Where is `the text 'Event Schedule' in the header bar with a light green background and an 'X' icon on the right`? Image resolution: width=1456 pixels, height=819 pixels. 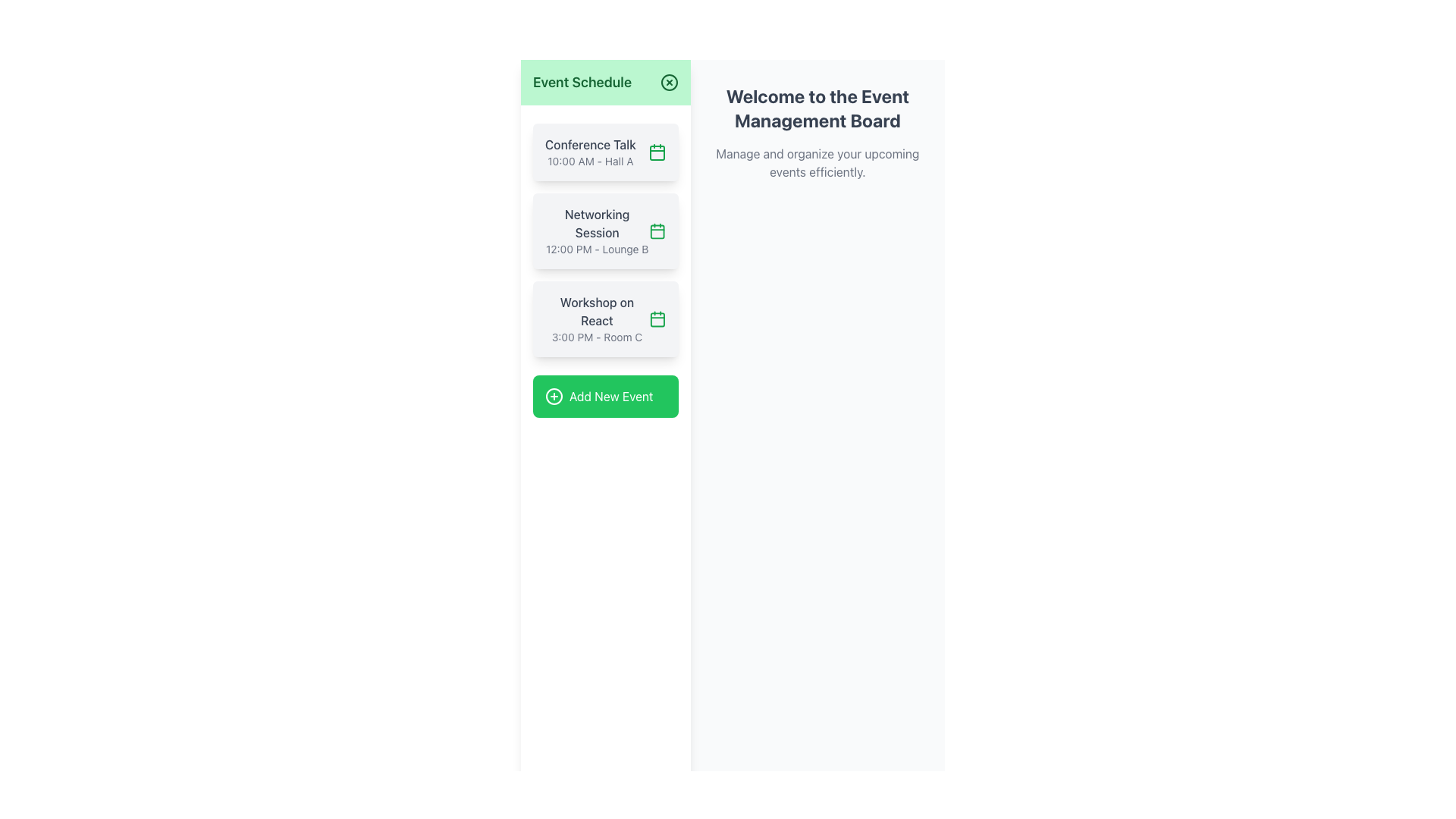 the text 'Event Schedule' in the header bar with a light green background and an 'X' icon on the right is located at coordinates (604, 82).